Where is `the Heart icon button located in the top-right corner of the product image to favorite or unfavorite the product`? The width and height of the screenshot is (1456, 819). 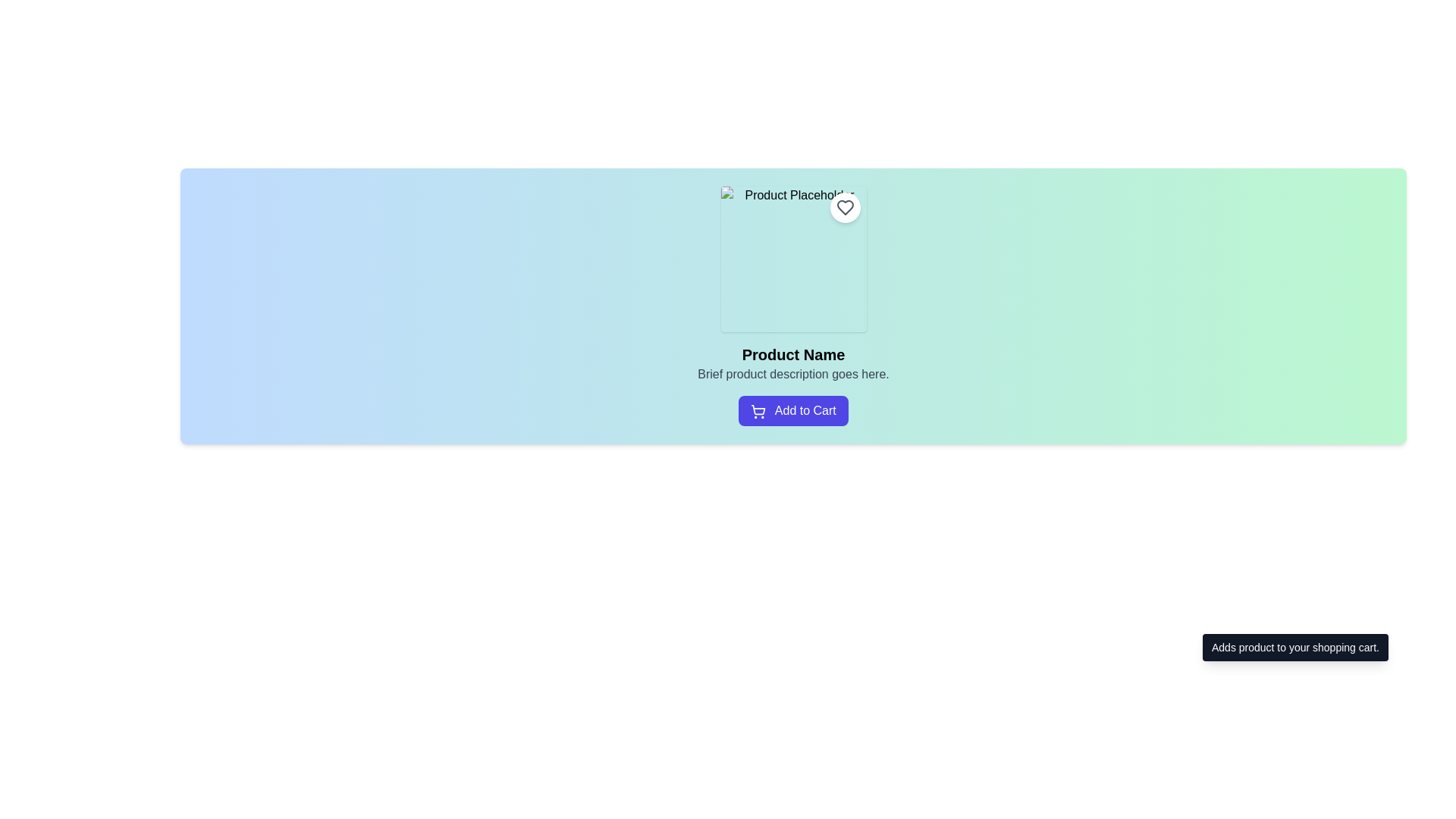 the Heart icon button located in the top-right corner of the product image to favorite or unfavorite the product is located at coordinates (844, 207).